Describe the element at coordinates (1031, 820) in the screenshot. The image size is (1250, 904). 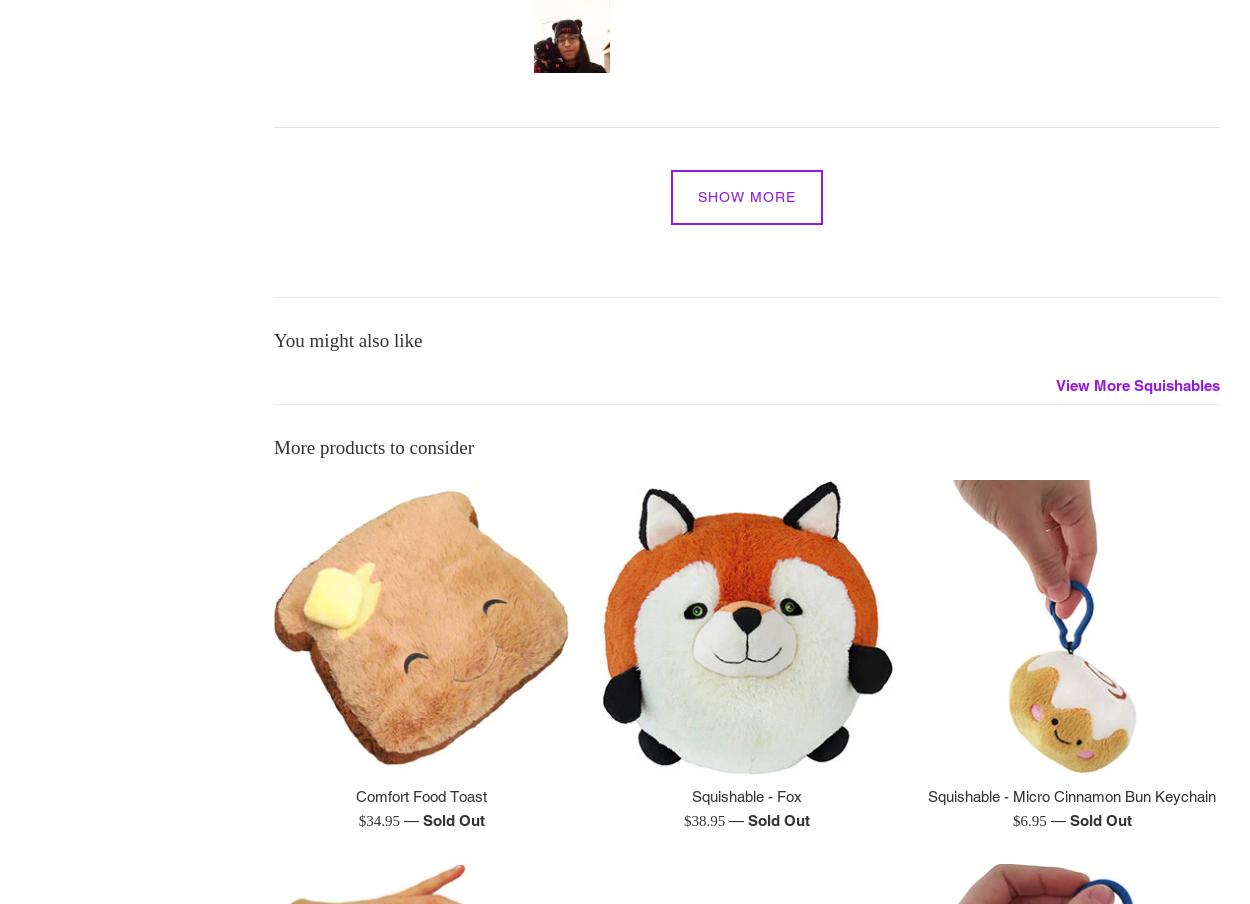
I see `'$6.95'` at that location.